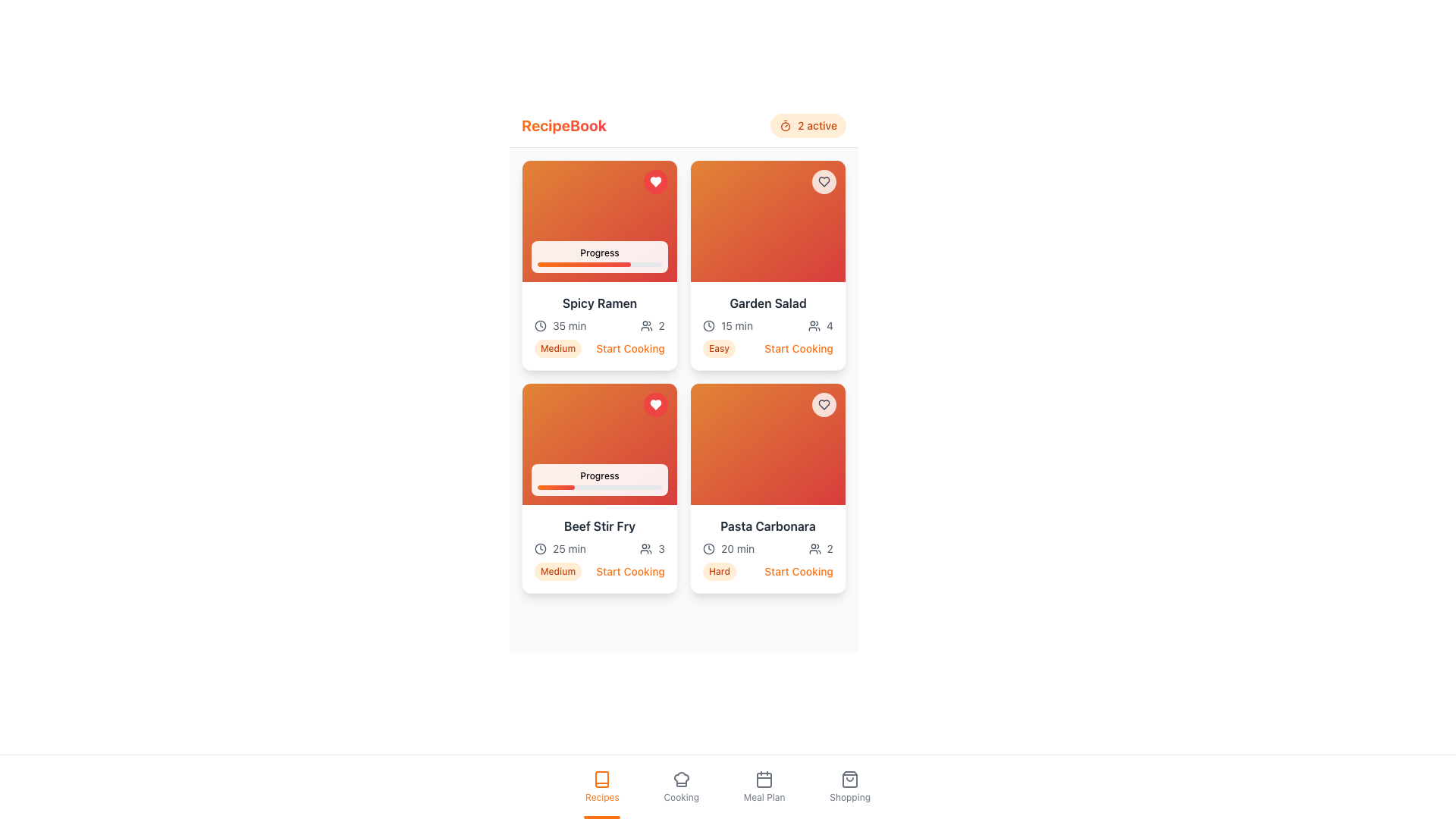 This screenshot has height=819, width=1456. What do you see at coordinates (599, 475) in the screenshot?
I see `the 'Progress' text label element located above the progress bar in the 'Beef Stir Fry' card` at bounding box center [599, 475].